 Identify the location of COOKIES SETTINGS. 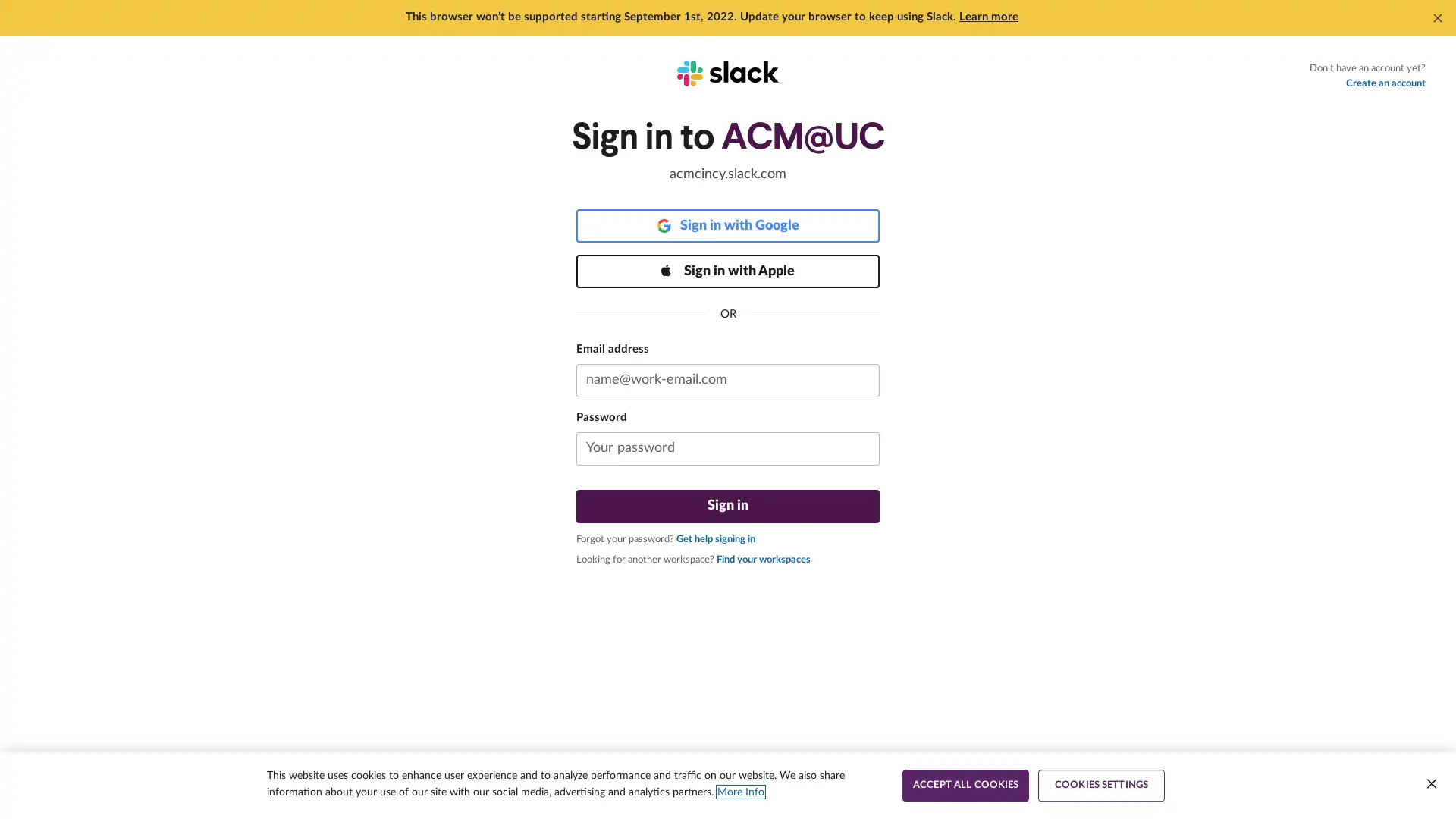
(1101, 785).